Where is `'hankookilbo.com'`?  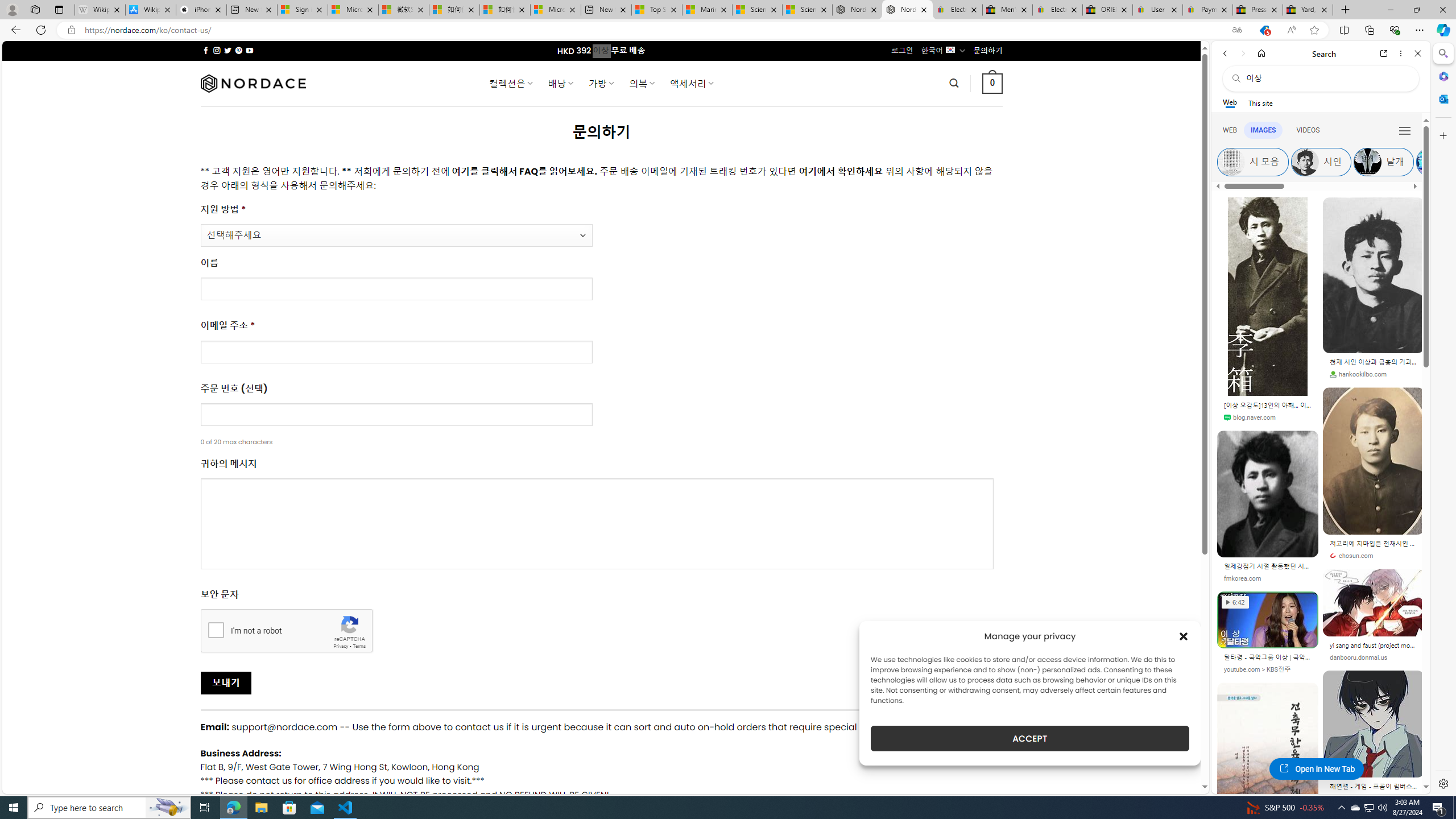
'hankookilbo.com' is located at coordinates (1372, 374).